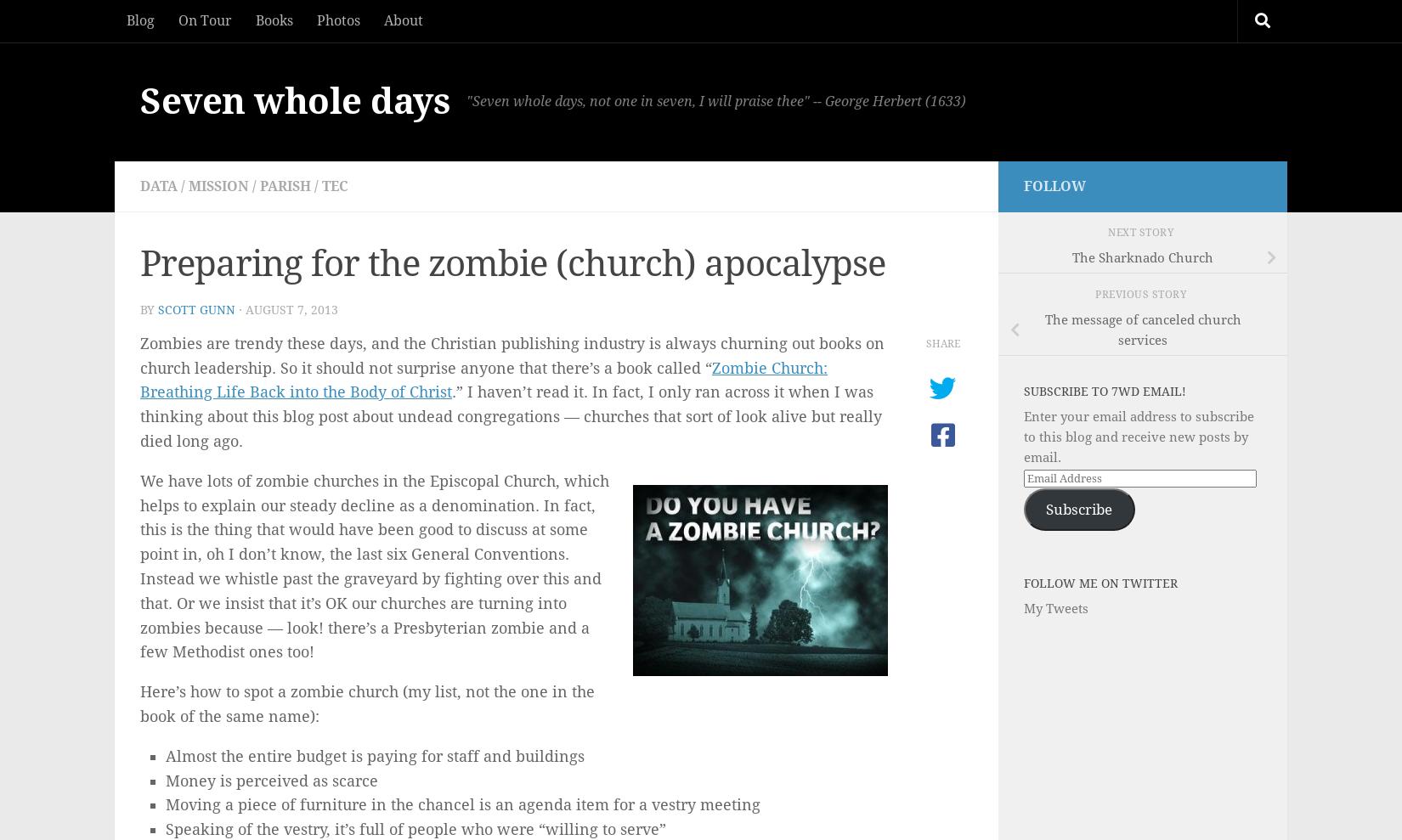 The image size is (1402, 840). I want to click on 'August 7, 2013', so click(246, 307).